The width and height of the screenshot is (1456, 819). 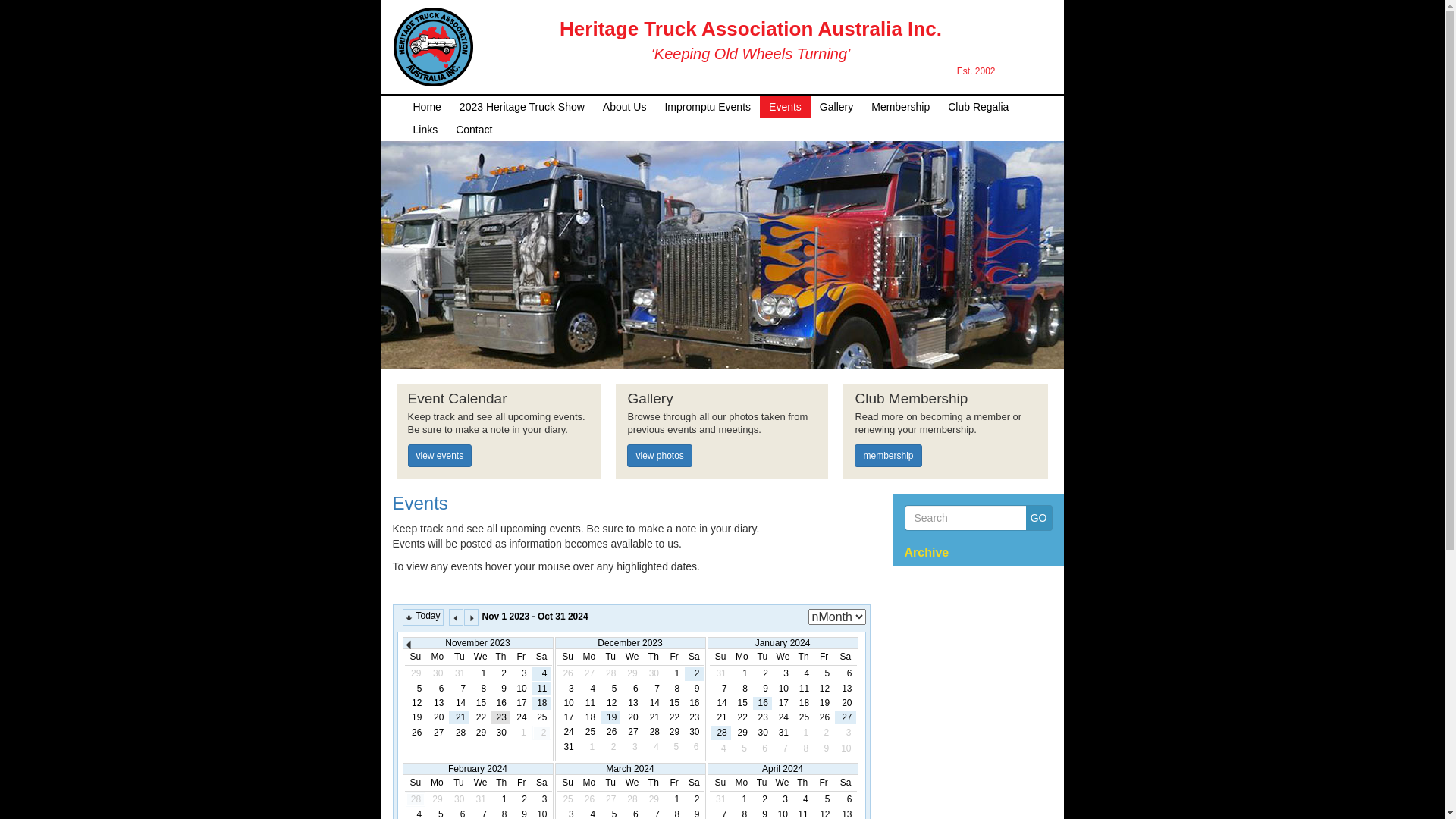 I want to click on '1', so click(x=742, y=673).